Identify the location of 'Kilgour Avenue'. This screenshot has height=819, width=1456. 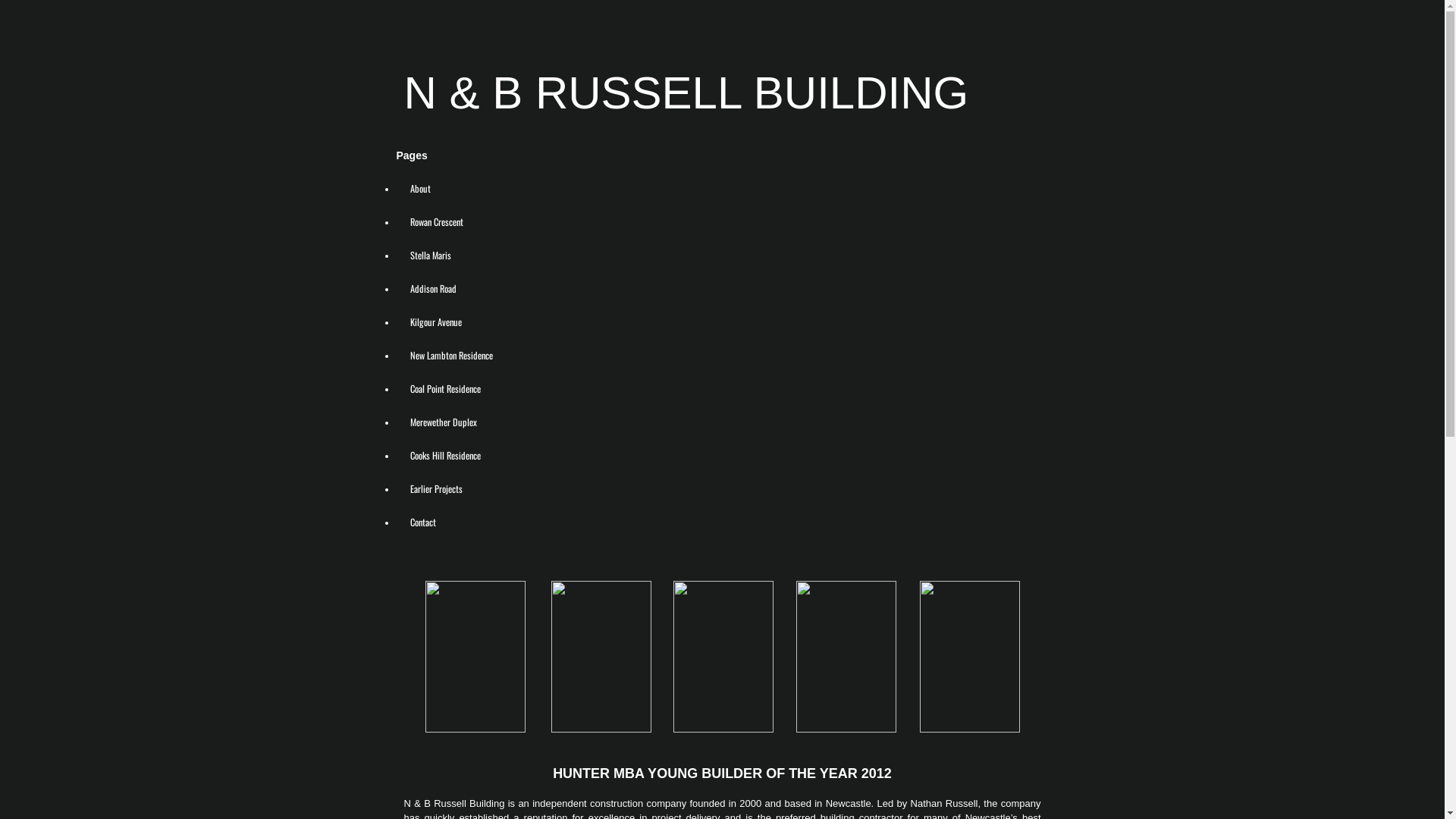
(435, 321).